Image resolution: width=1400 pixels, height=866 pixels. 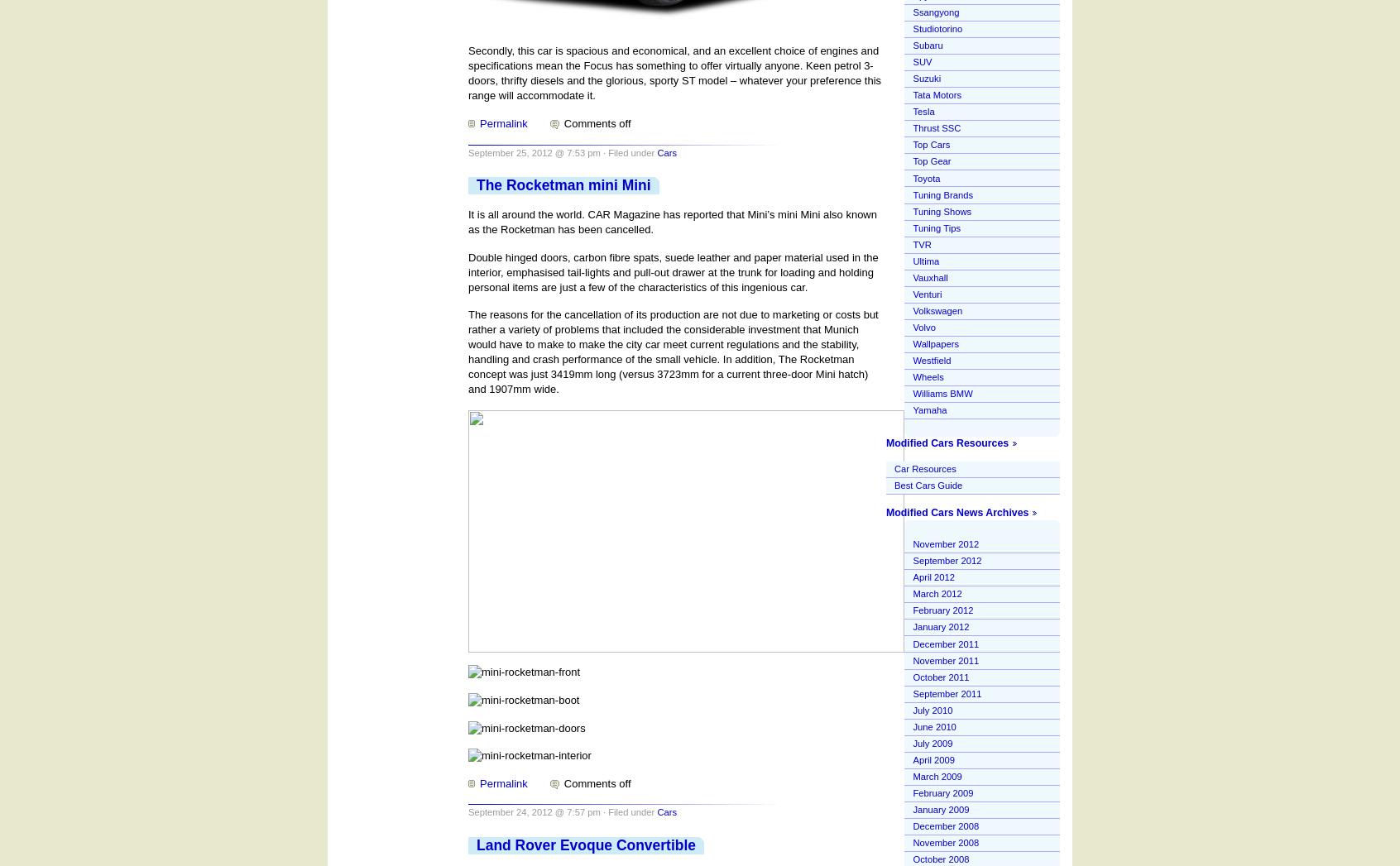 What do you see at coordinates (936, 310) in the screenshot?
I see `'Volkswagen'` at bounding box center [936, 310].